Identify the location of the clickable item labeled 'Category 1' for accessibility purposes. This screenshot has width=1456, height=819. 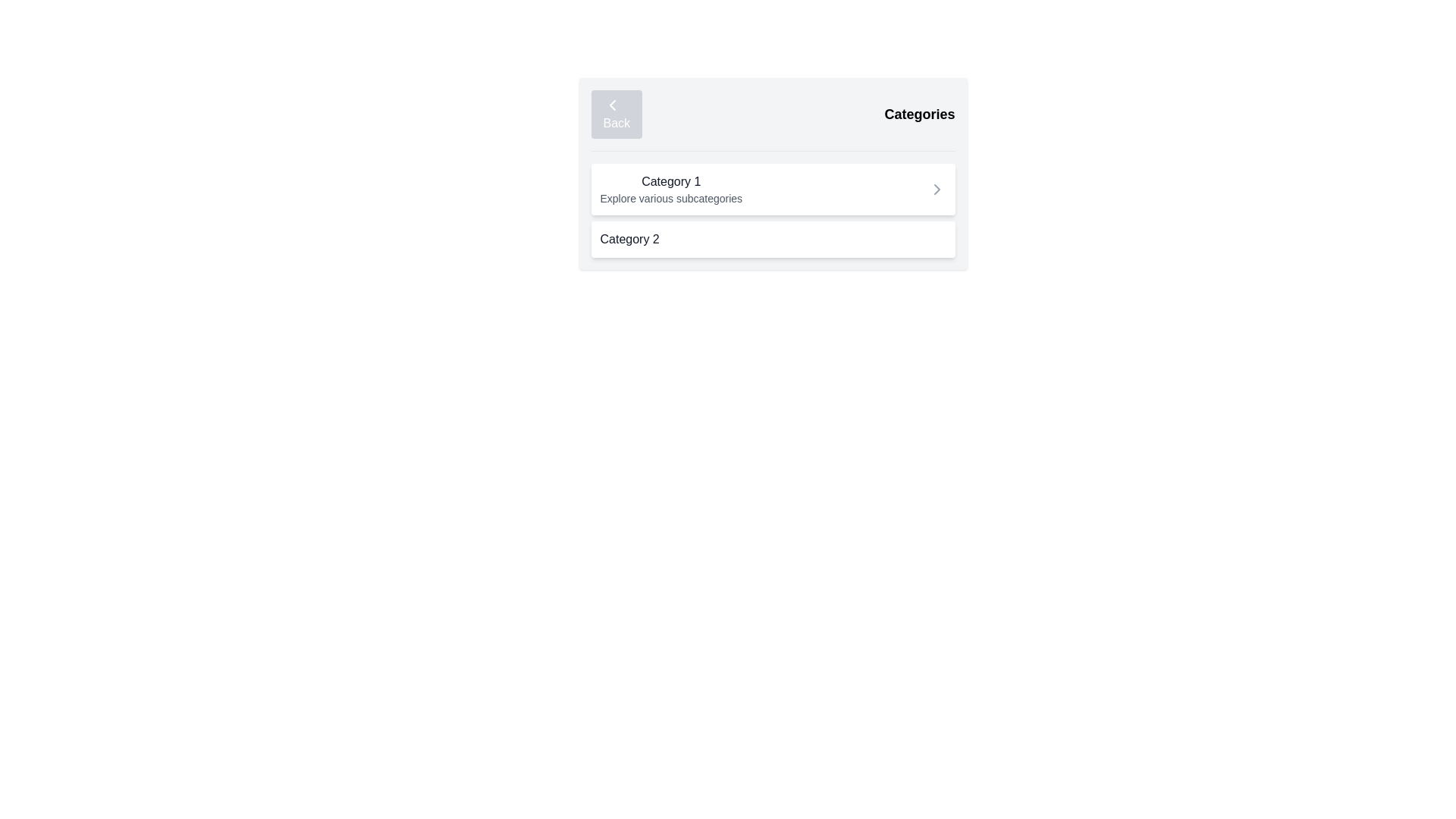
(773, 189).